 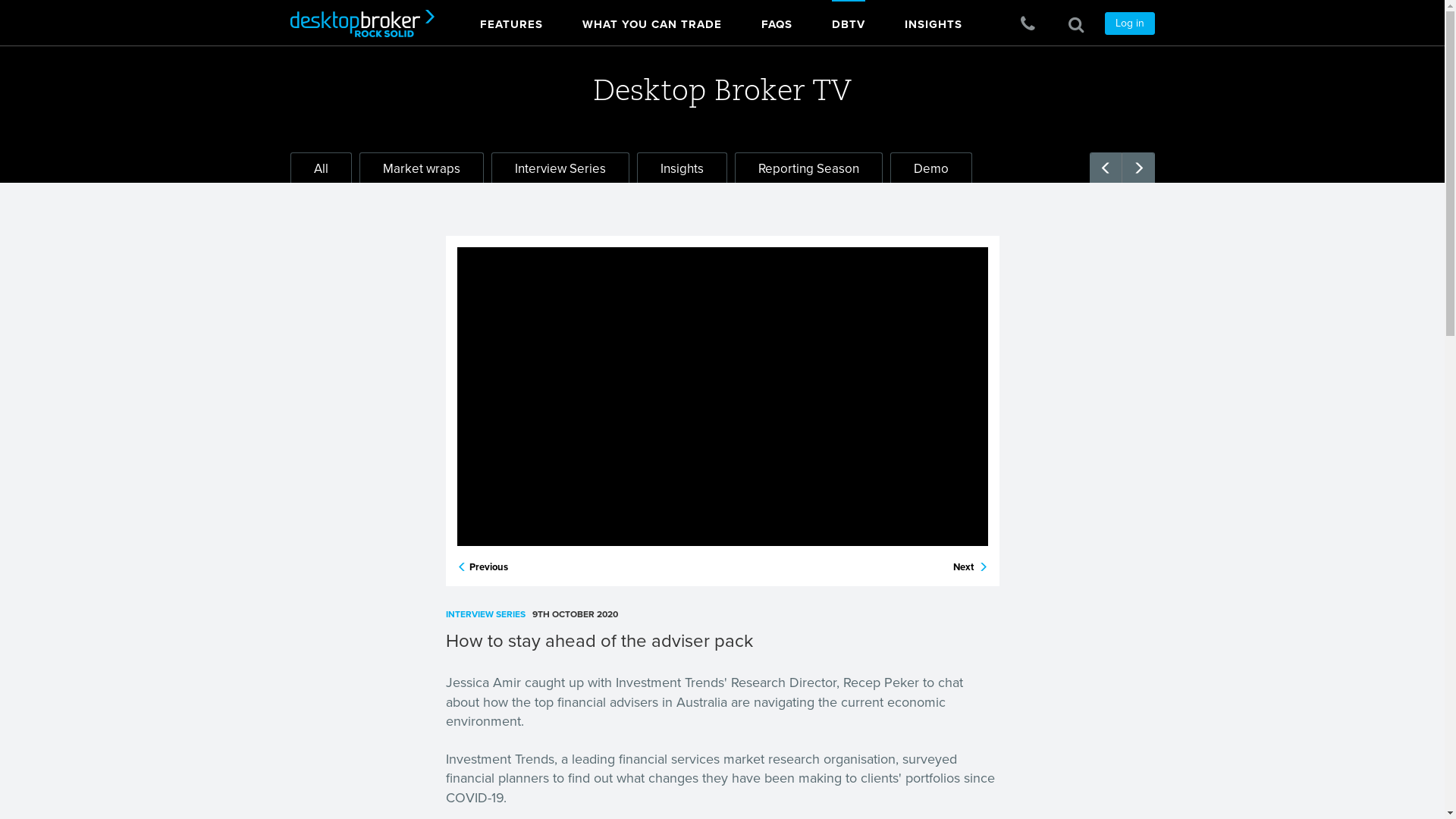 What do you see at coordinates (1075, 24) in the screenshot?
I see `'Search'` at bounding box center [1075, 24].